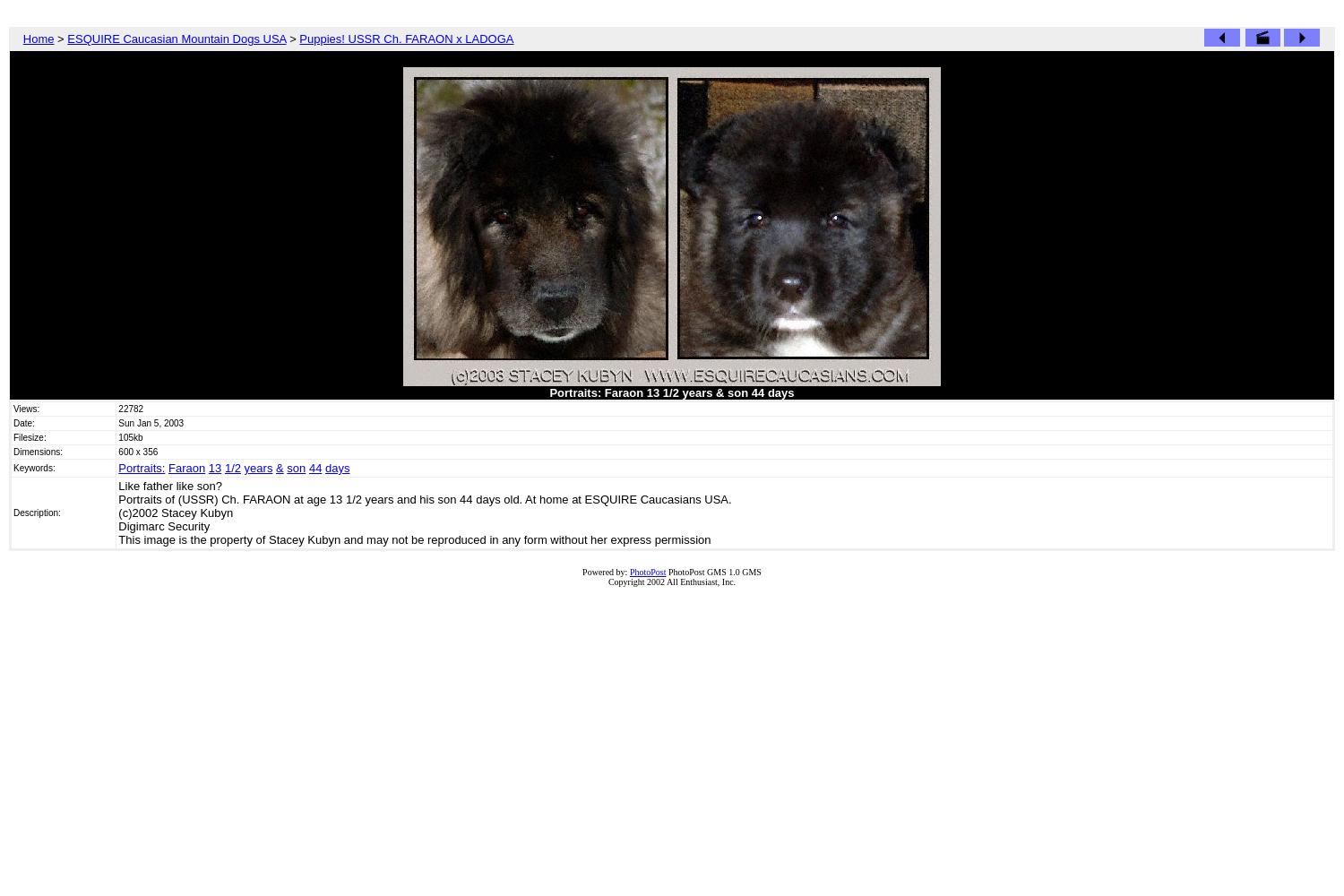 This screenshot has height=896, width=1344. I want to click on 'Description:', so click(13, 512).